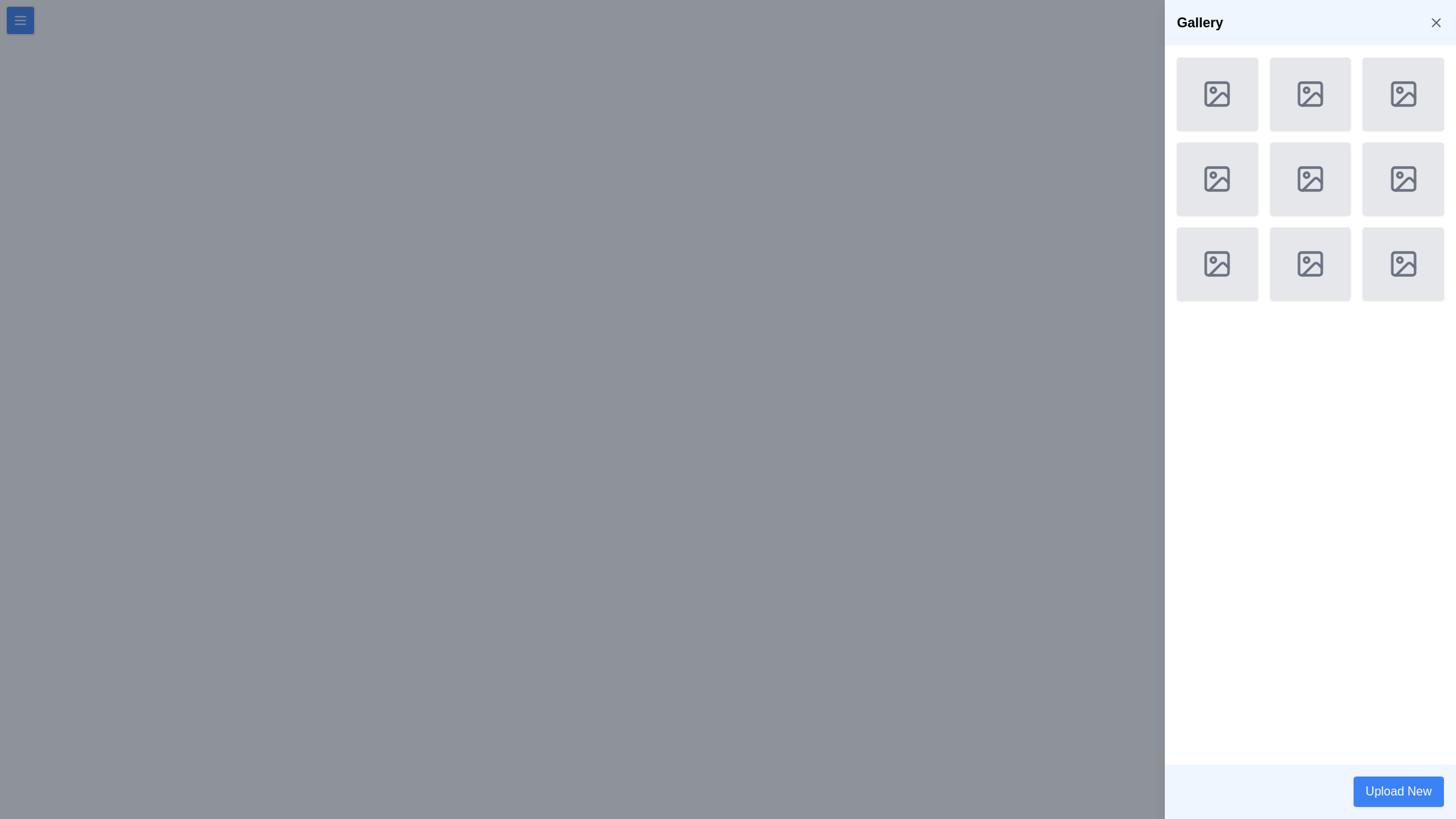 The height and width of the screenshot is (819, 1456). Describe the element at coordinates (1310, 177) in the screenshot. I see `the SVG rectangle with rounded corners located in the top-left corner of the icon in the third column and third row of the Gallery section` at that location.